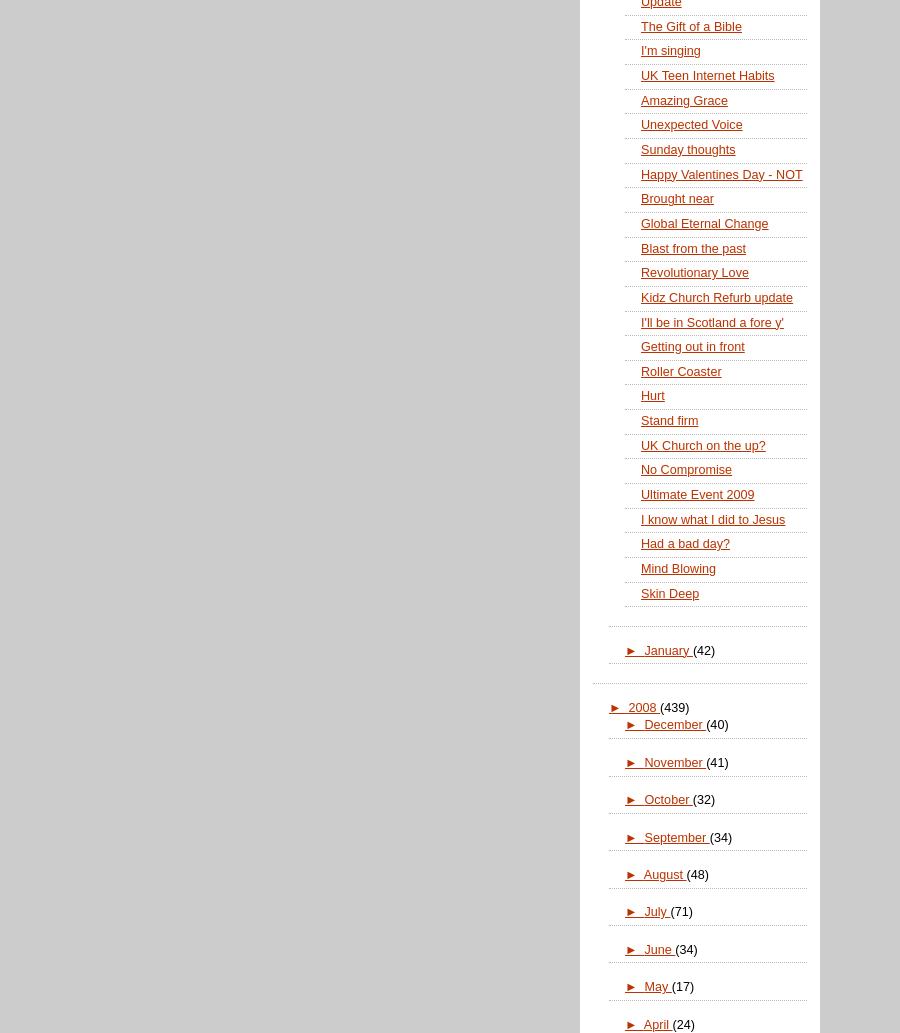 This screenshot has width=900, height=1033. I want to click on 'Skin Deep', so click(669, 592).